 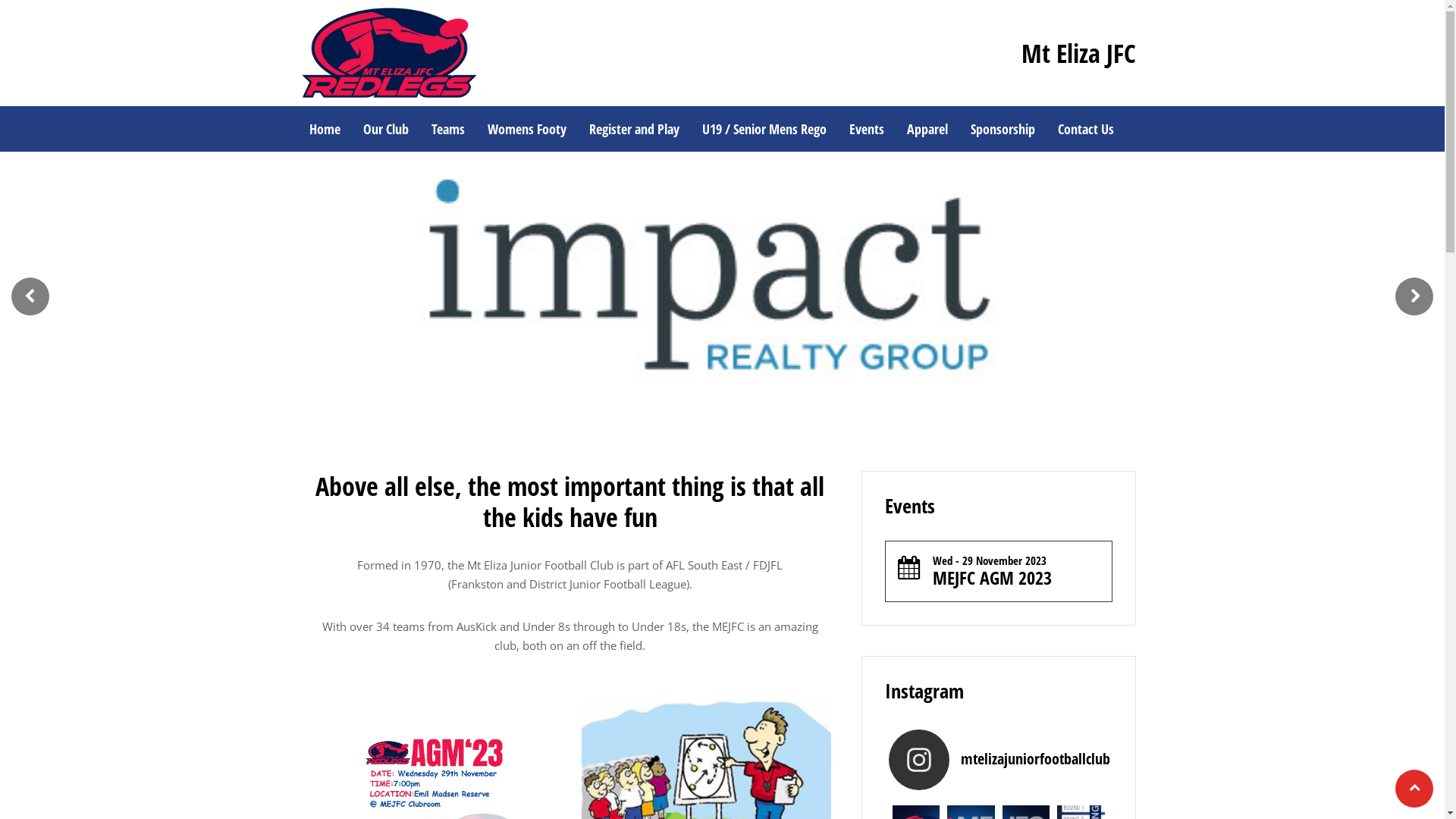 I want to click on 'U19 / Senior Mens Rego', so click(x=764, y=127).